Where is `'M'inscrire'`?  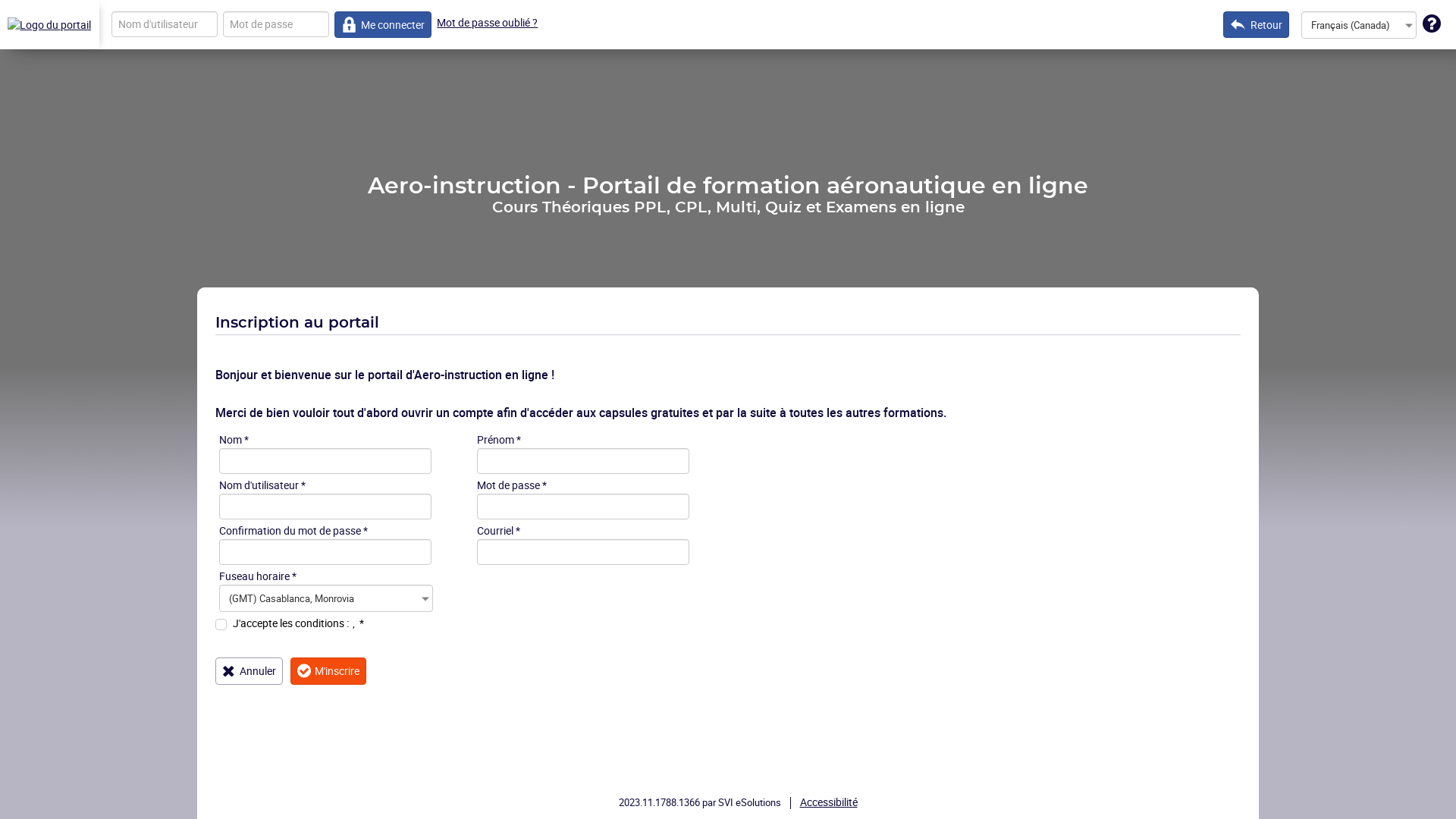
'M'inscrire' is located at coordinates (328, 670).